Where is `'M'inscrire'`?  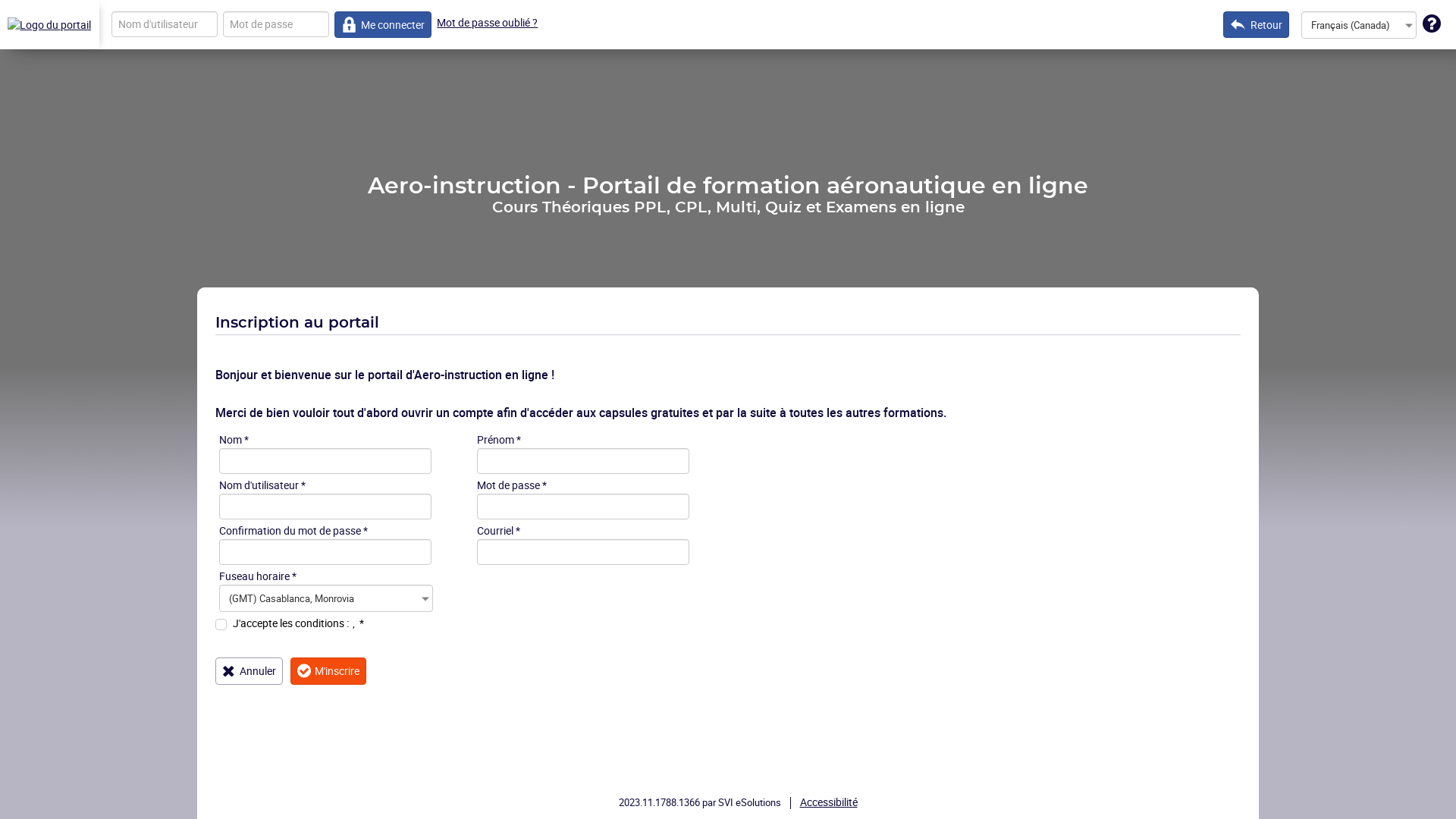
'M'inscrire' is located at coordinates (328, 670).